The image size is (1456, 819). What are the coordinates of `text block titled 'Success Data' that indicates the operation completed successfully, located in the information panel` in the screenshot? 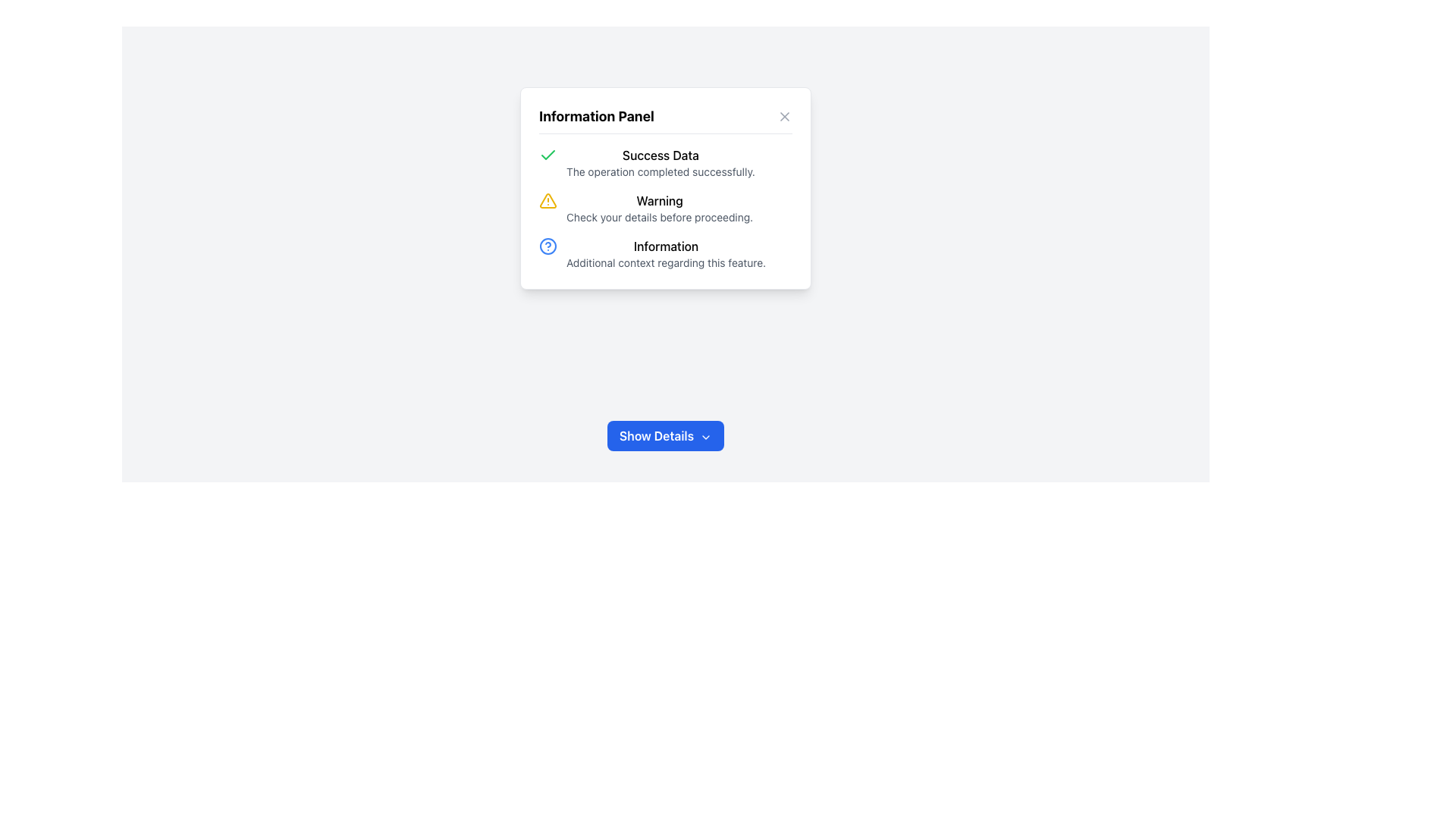 It's located at (661, 163).